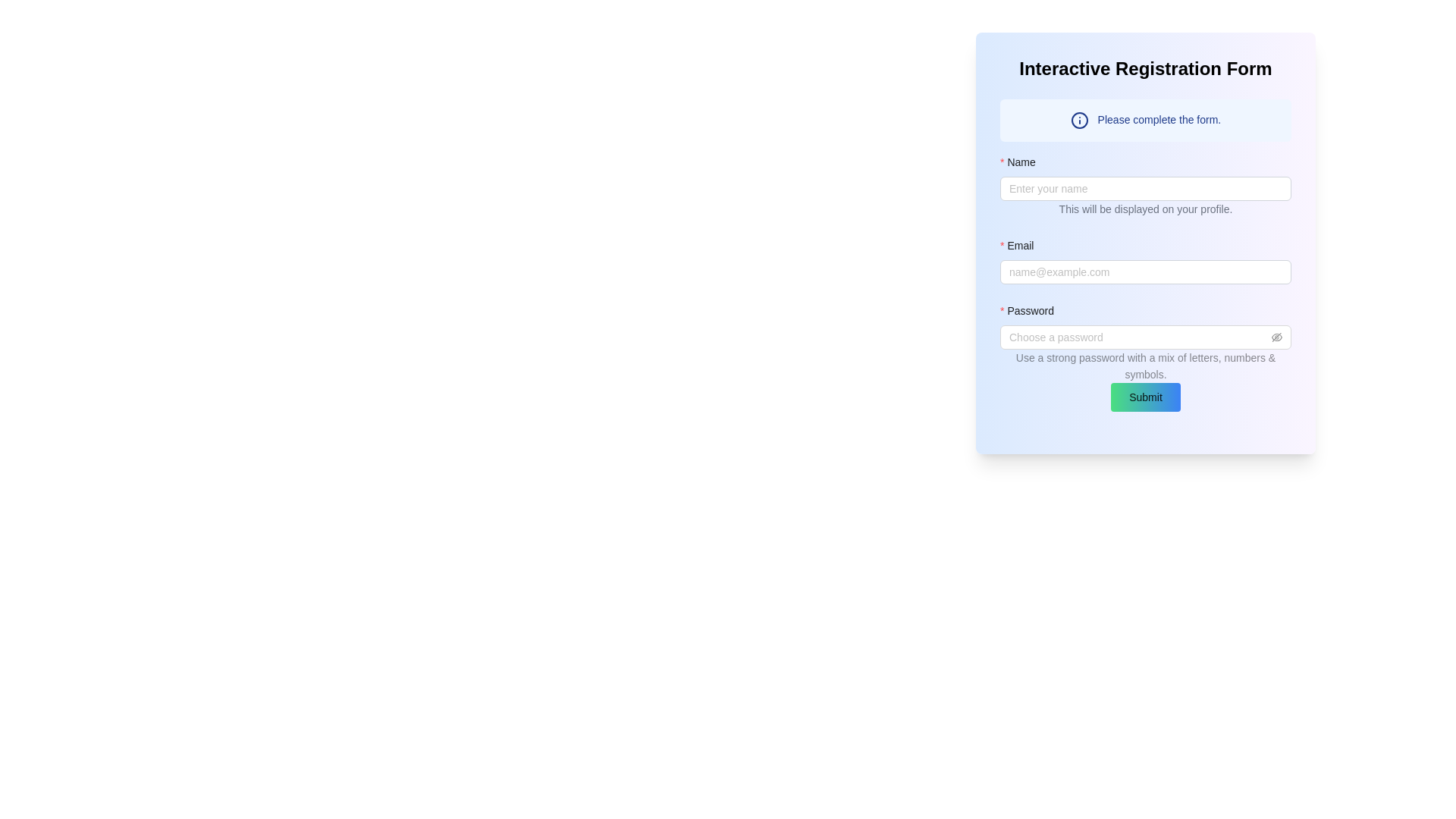 Image resolution: width=1456 pixels, height=819 pixels. Describe the element at coordinates (1023, 162) in the screenshot. I see `the 'Name' text label, which is styled with a standard sans-serif font and indicates a mandatory field with a red asterisk, positioned above the 'Enter your name' input field in the 'Interactive Registration Form' section` at that location.